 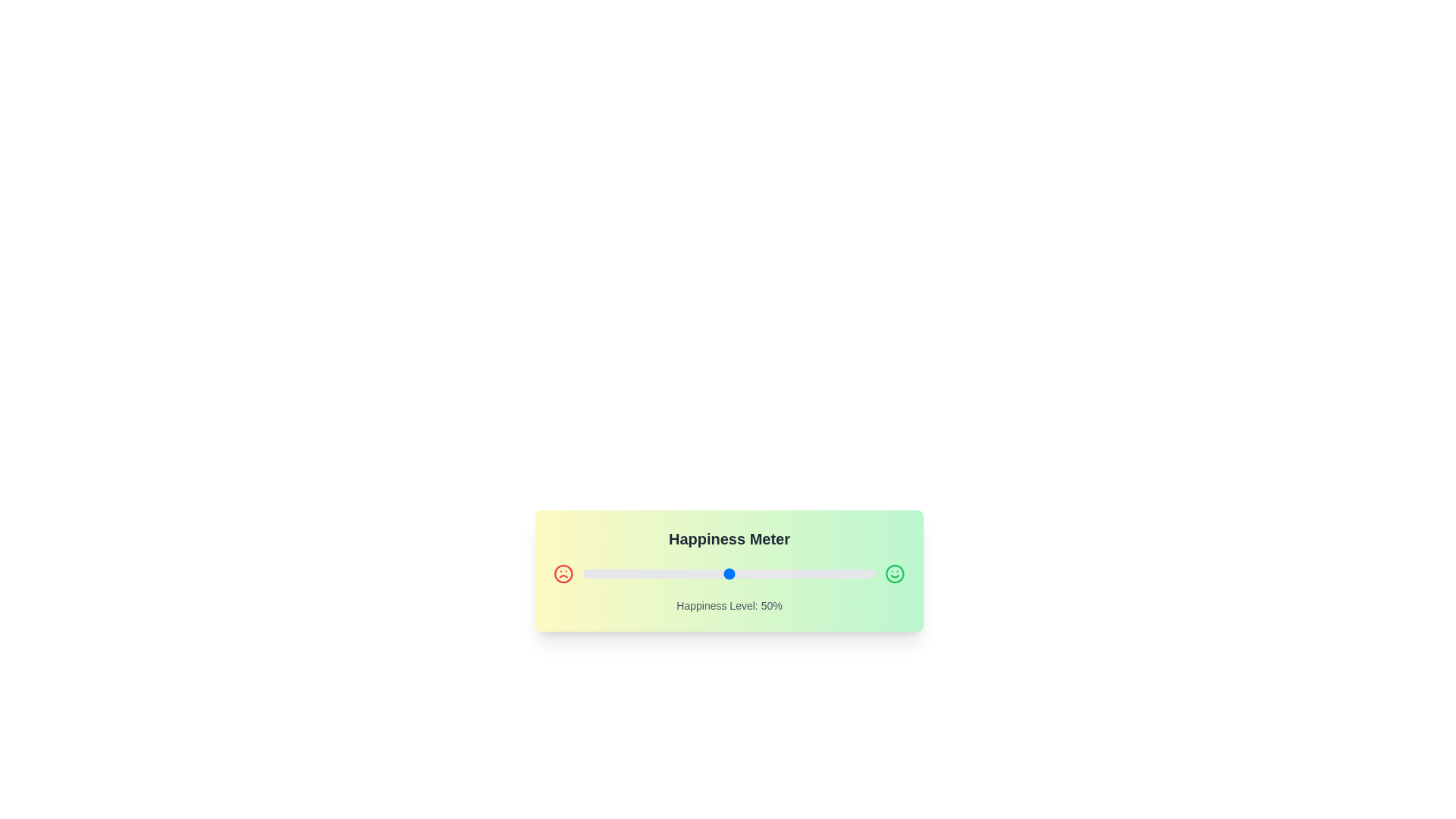 I want to click on the slider to set the happiness level to 0%, so click(x=582, y=573).